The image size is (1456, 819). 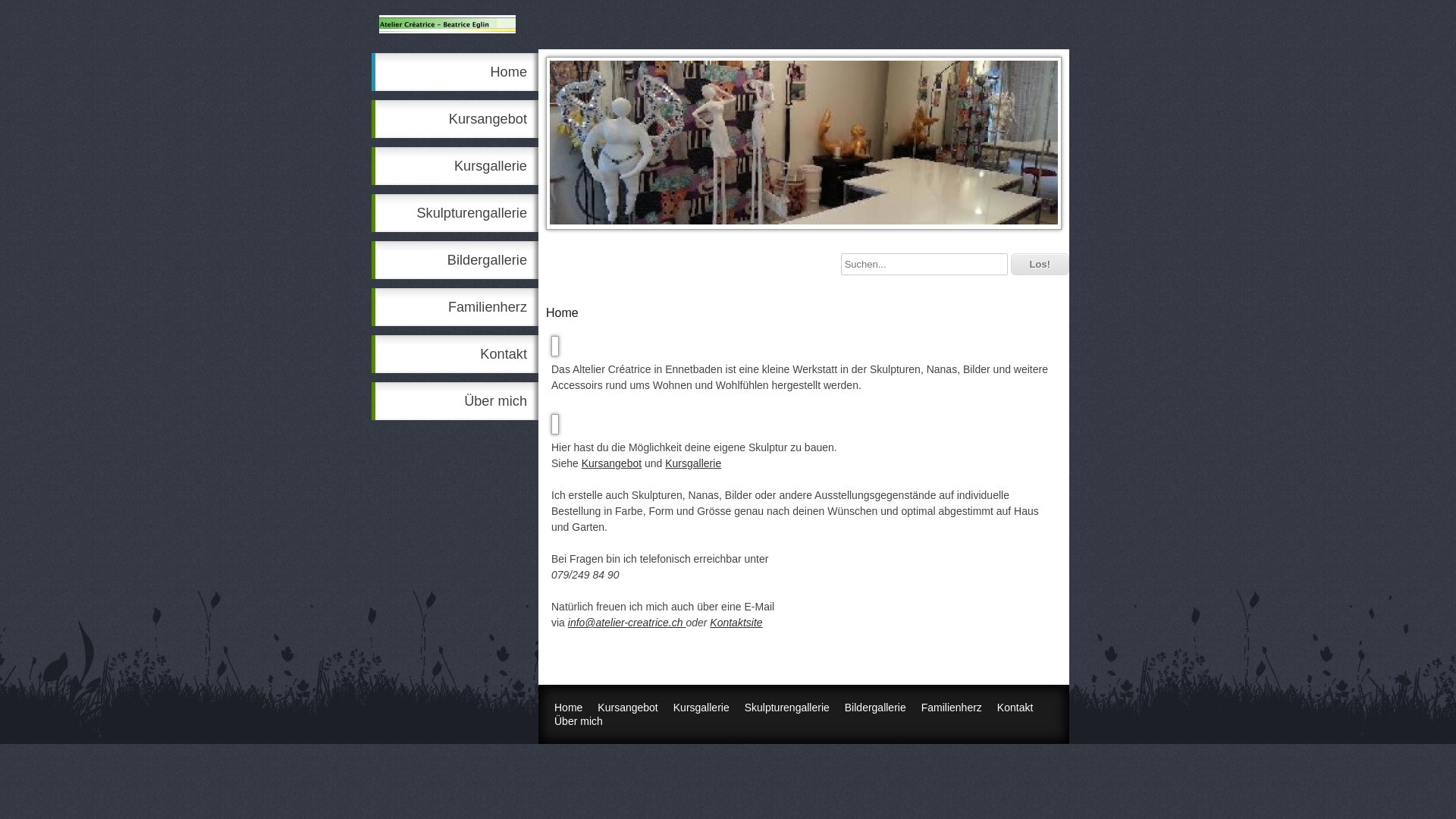 I want to click on 'Skulpturengallerie', so click(x=371, y=213).